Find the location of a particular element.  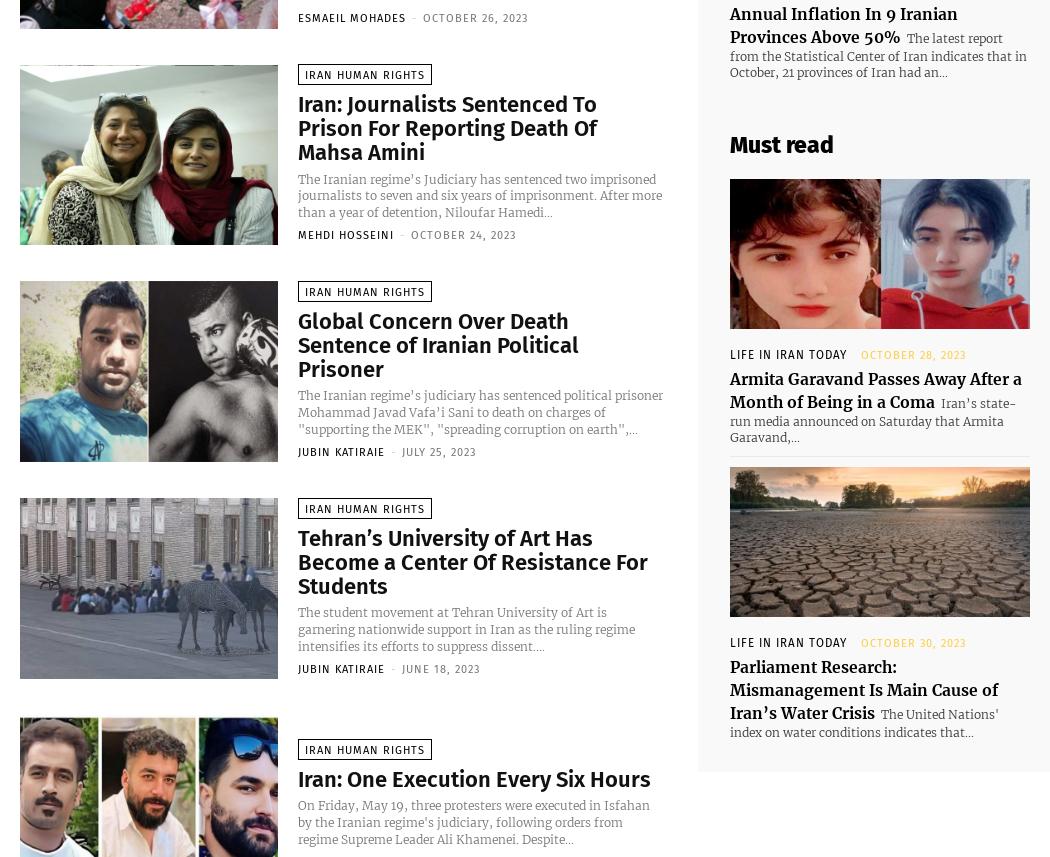

'Tehran’s University of Art Has Become a Center Of Resistance For Students' is located at coordinates (473, 565).